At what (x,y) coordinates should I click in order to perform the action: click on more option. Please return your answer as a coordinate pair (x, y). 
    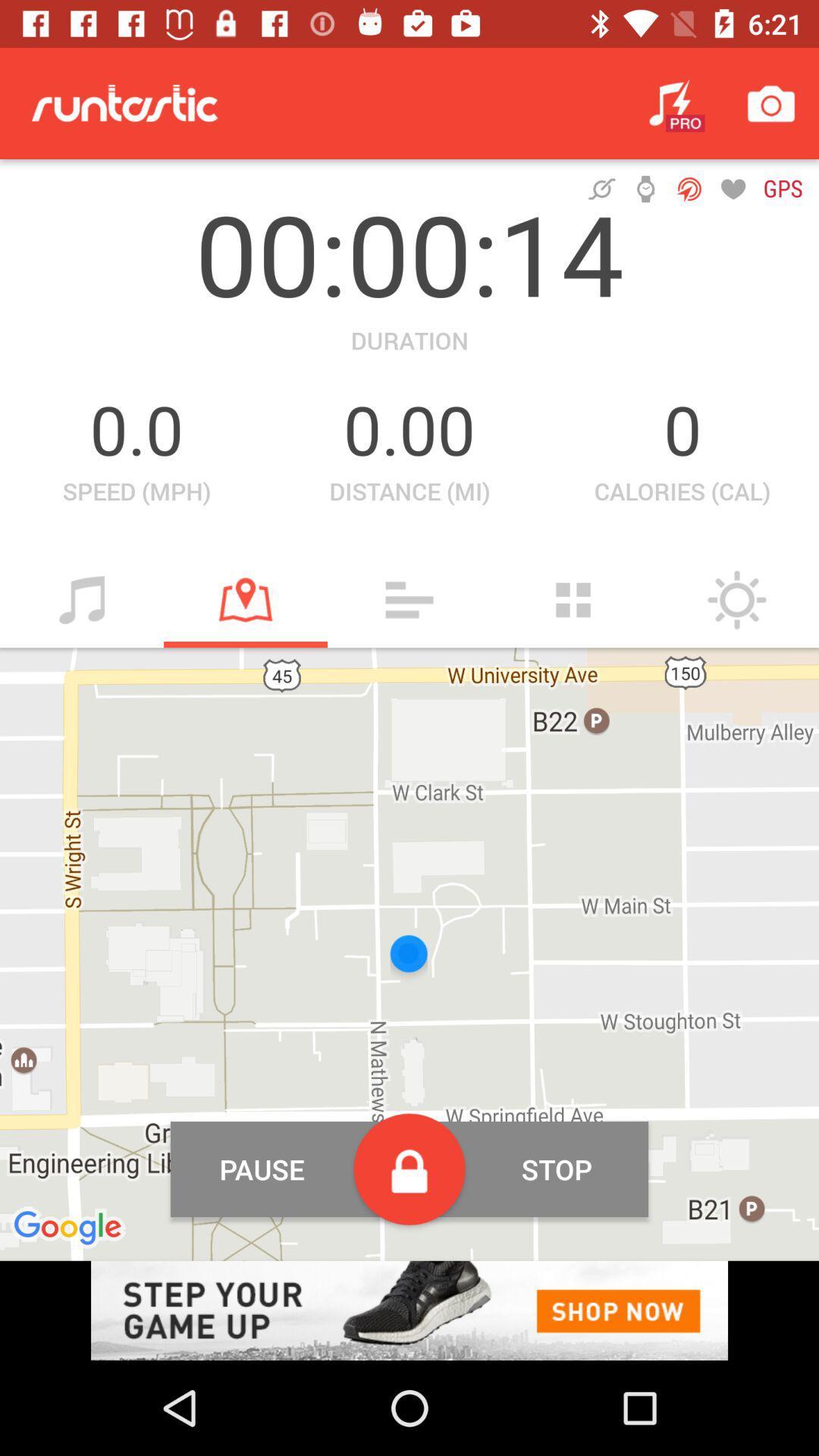
    Looking at the image, I should click on (573, 599).